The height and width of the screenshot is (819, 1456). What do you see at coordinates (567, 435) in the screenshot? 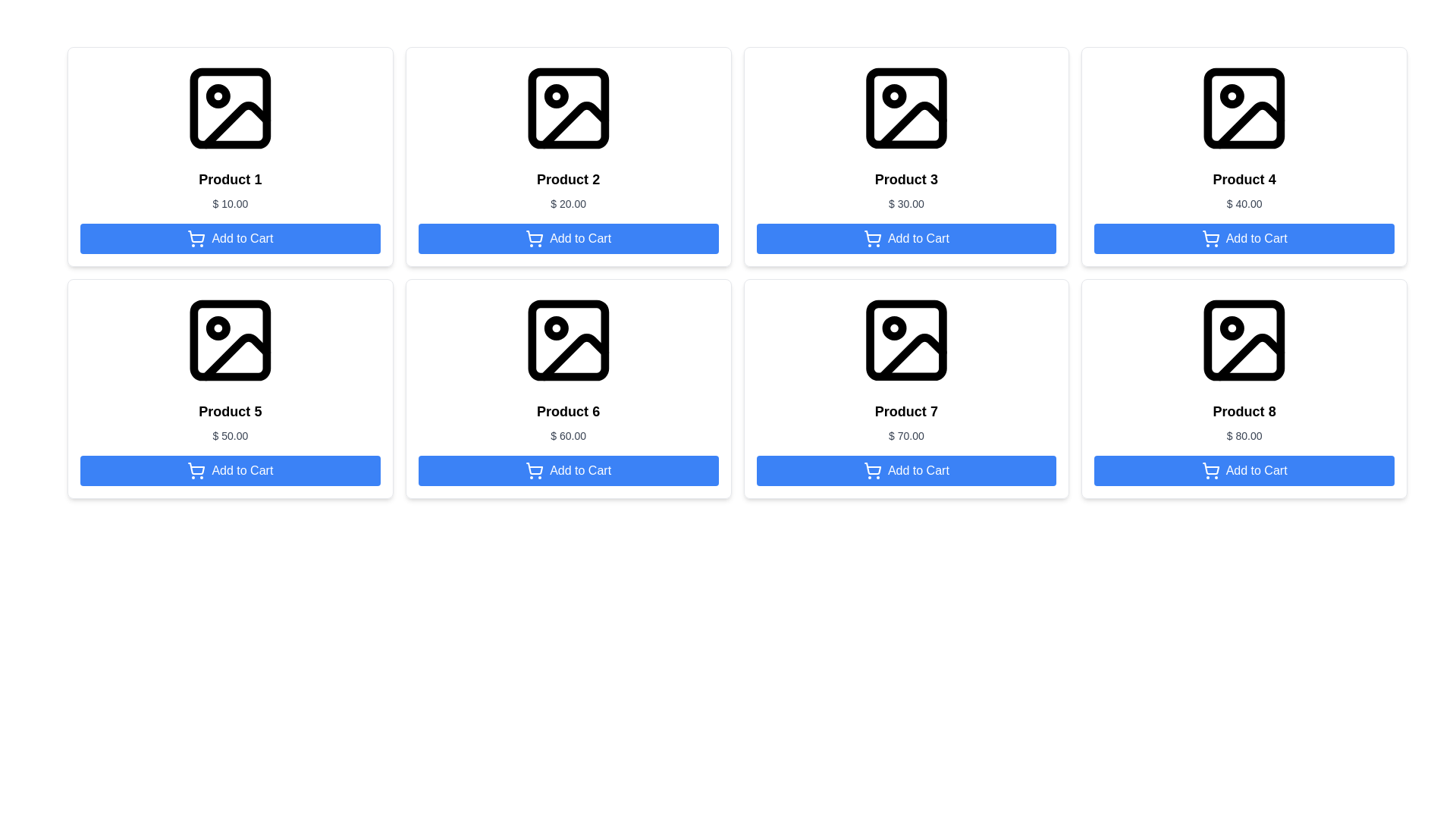
I see `price displayed on the static text label showing '$ 60.00', located below the main title of 'Product 6' and above the 'Add to Cart' button` at bounding box center [567, 435].